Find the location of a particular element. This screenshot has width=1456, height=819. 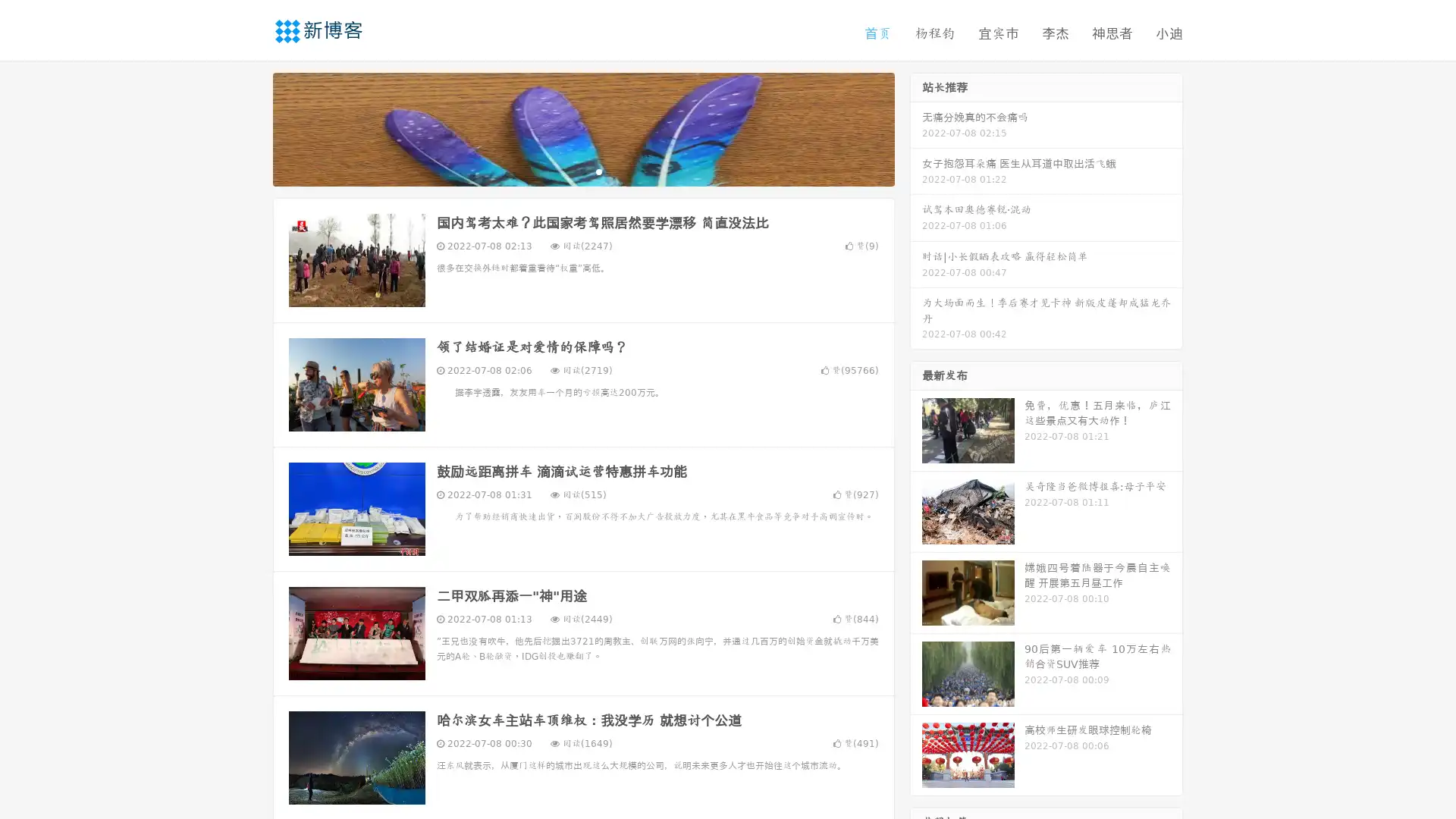

Go to slide 3 is located at coordinates (598, 171).